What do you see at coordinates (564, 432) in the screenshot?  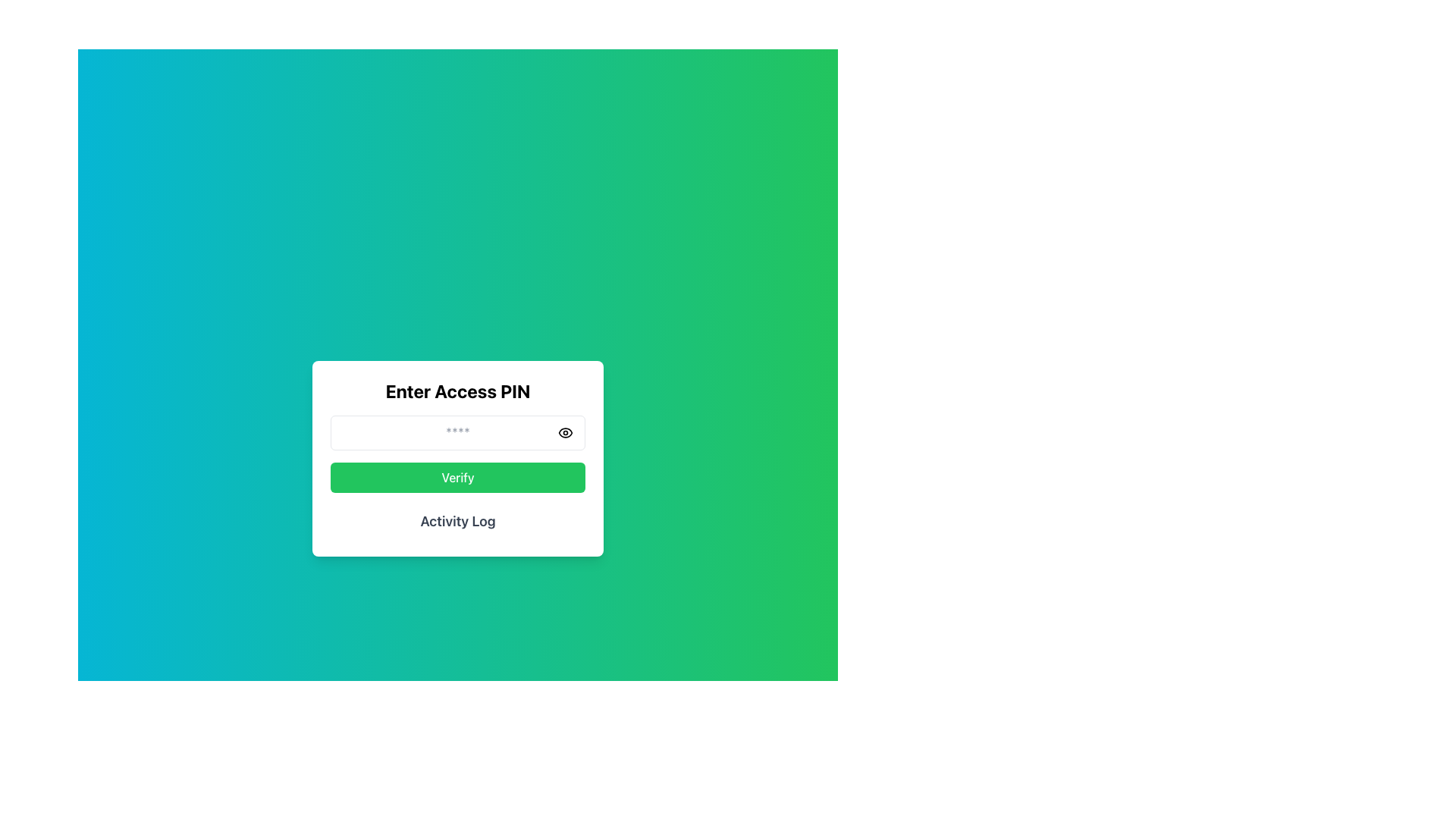 I see `the eye icon button located to the right of the PIN input field` at bounding box center [564, 432].